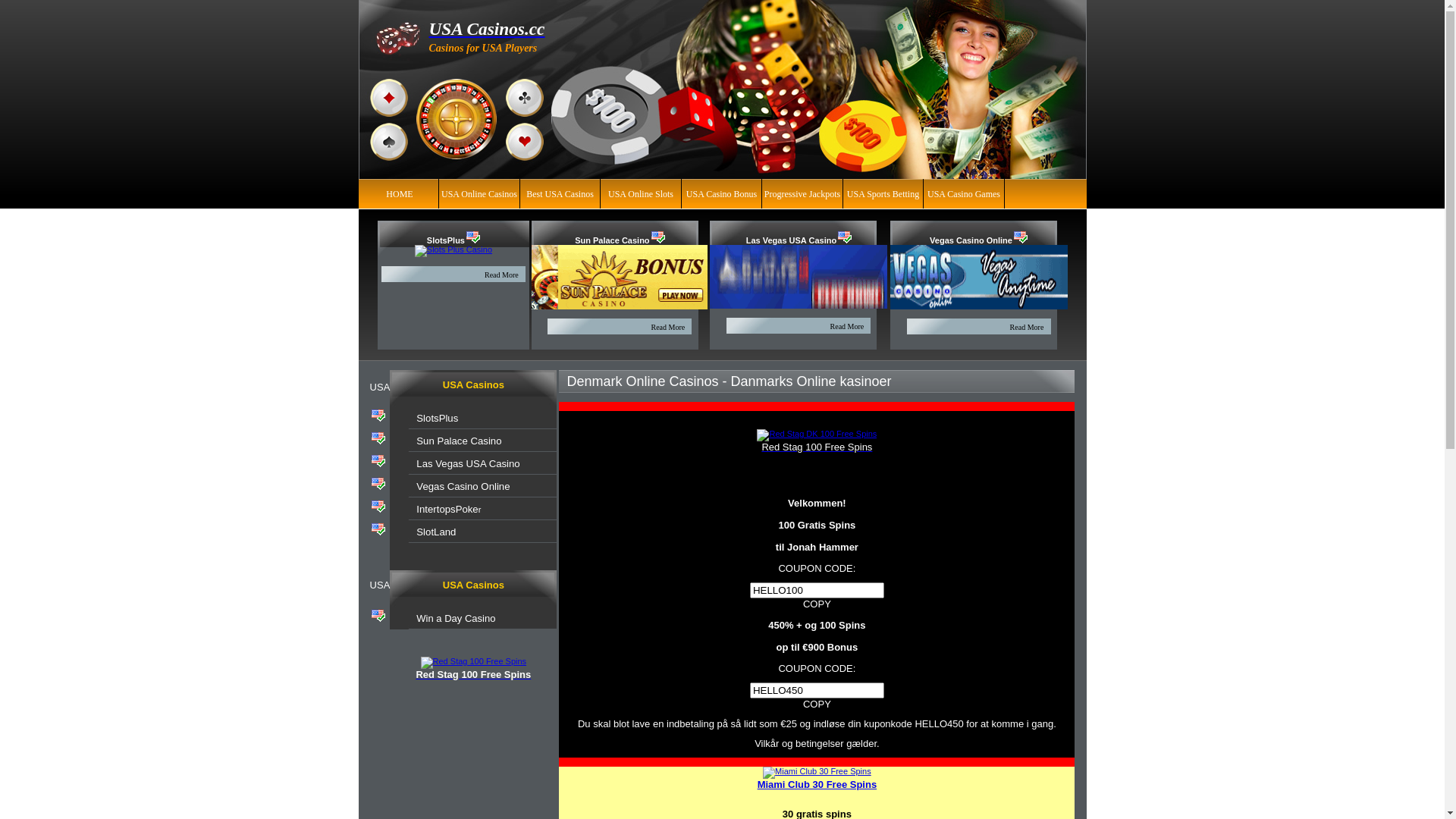 The image size is (1456, 819). What do you see at coordinates (416, 441) in the screenshot?
I see `'Sun Palace Casino'` at bounding box center [416, 441].